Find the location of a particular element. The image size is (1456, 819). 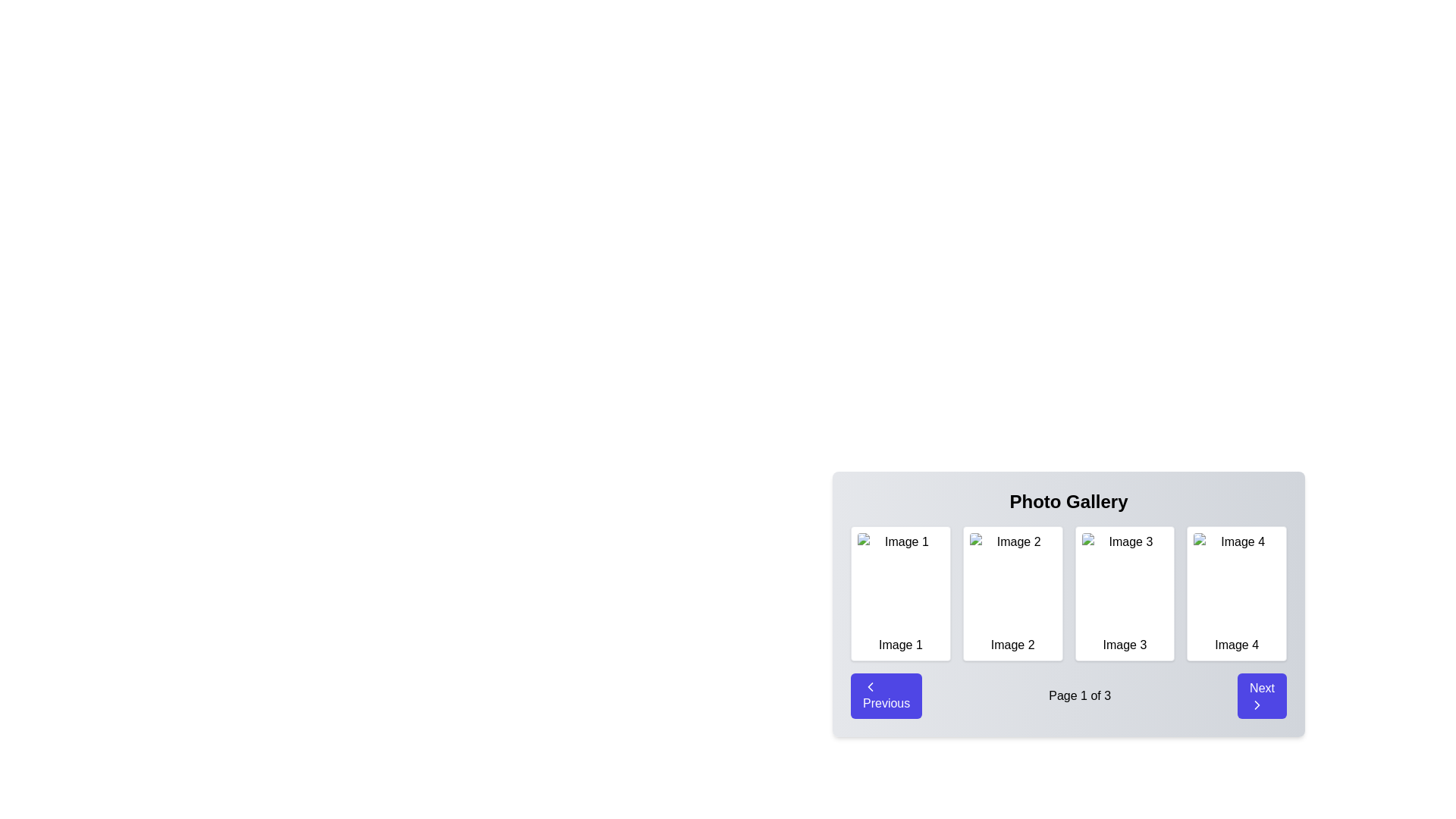

the 'Next' button, which has a purple background and white text with a right-pointing chevron icon, located at the bottom-right corner of the interface is located at coordinates (1262, 696).